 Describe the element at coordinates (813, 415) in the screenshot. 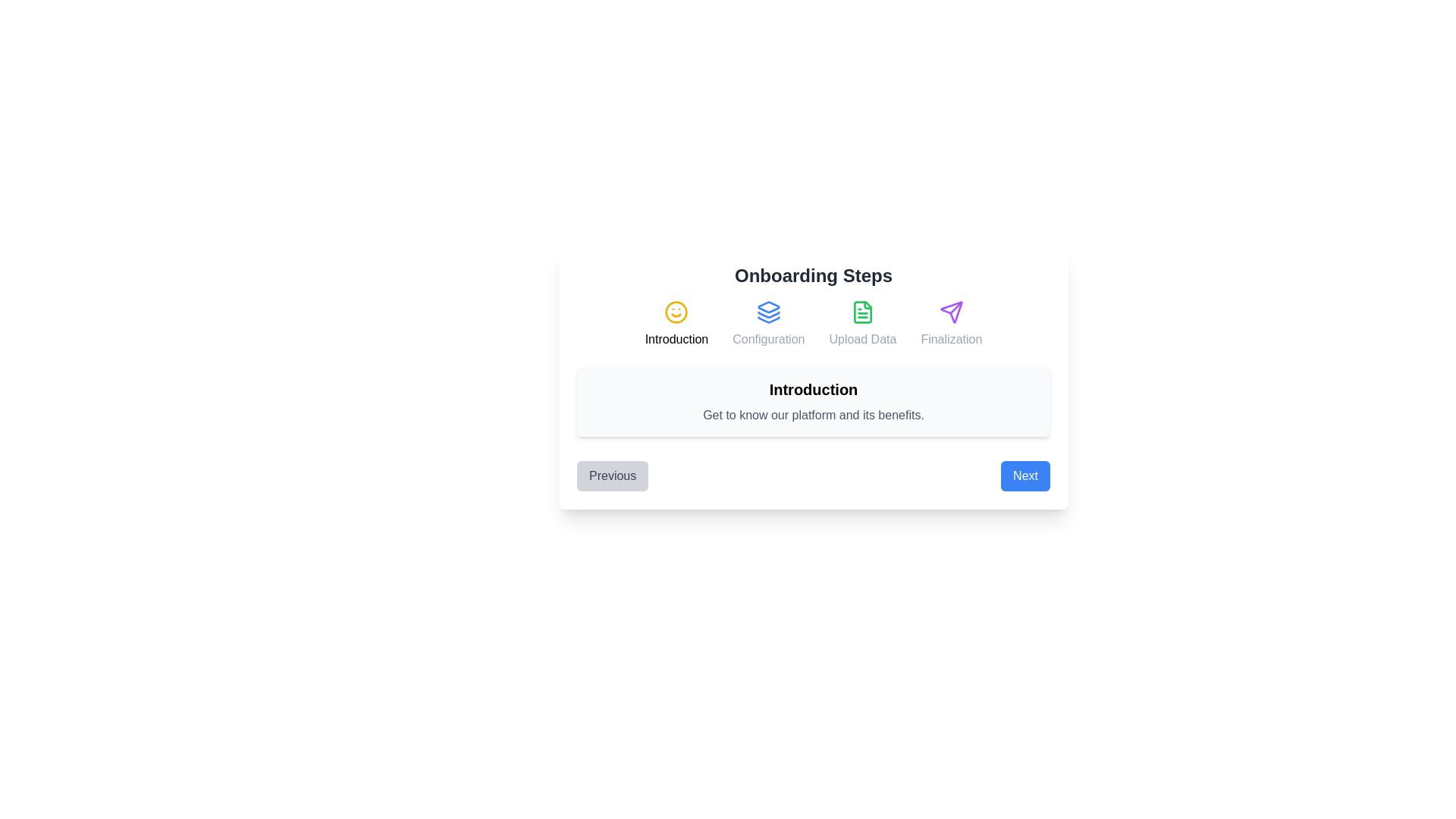

I see `the text line reading 'Get to know our platform and its benefits.' which is styled in light gray and located under the title 'Introduction'` at that location.